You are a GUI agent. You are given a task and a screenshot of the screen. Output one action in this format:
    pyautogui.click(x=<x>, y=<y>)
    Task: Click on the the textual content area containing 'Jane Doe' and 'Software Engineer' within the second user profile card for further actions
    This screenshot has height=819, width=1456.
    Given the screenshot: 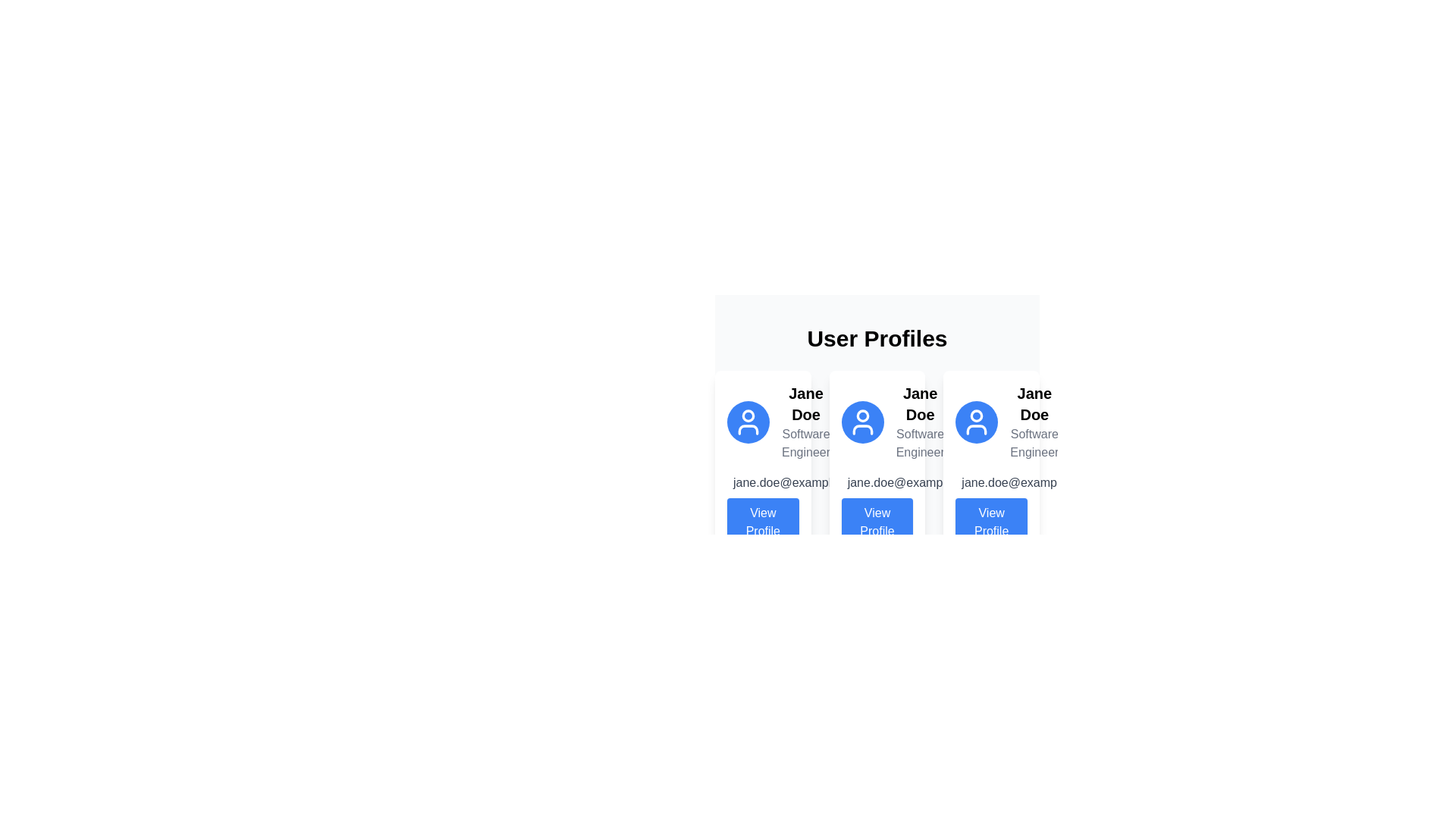 What is the action you would take?
    pyautogui.click(x=919, y=422)
    